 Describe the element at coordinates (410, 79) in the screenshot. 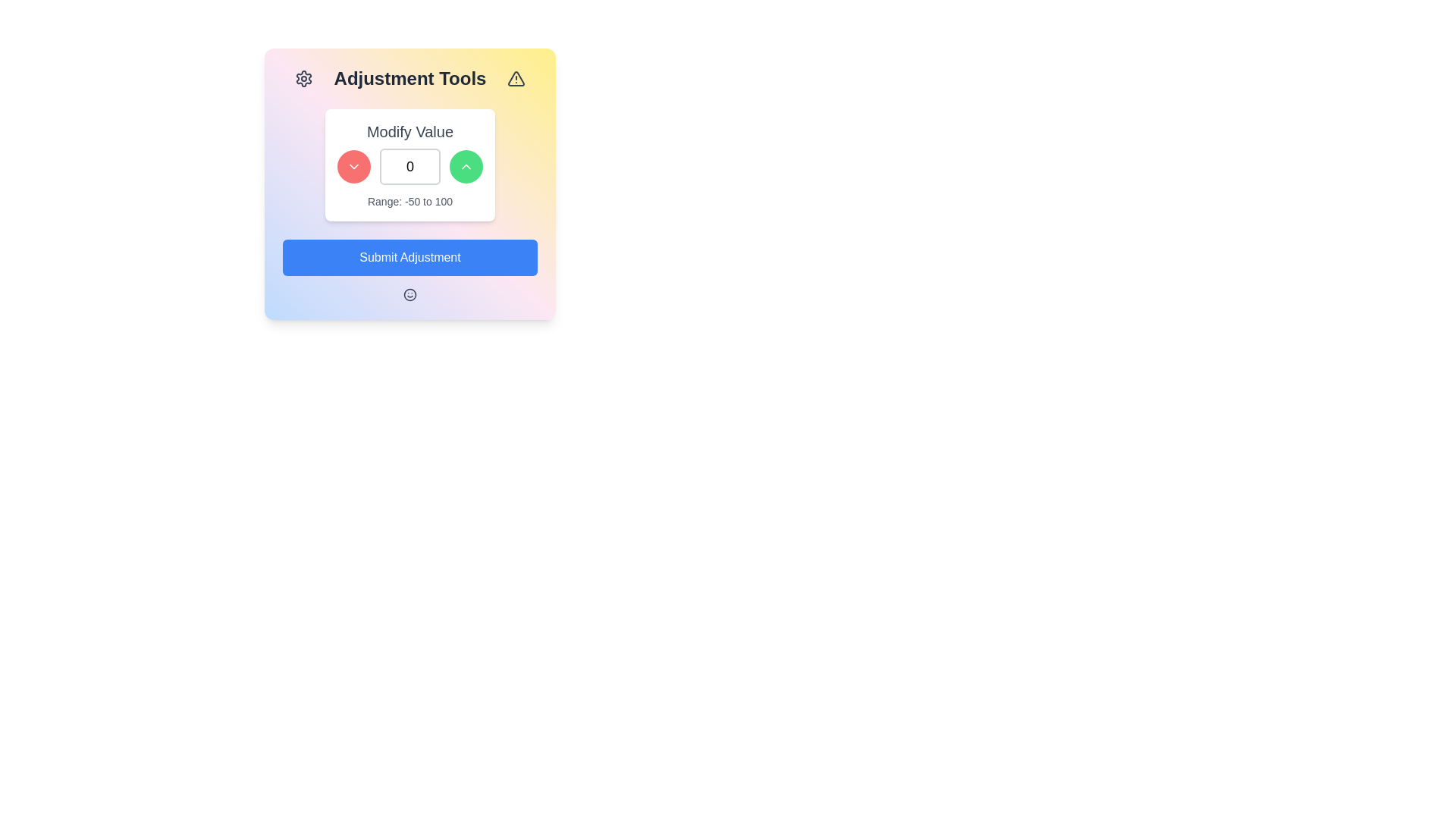

I see `text header located at the topmost section of the adjustment tools card, which is flanked by a settings gear icon on the left and an alert icon on the right` at that location.